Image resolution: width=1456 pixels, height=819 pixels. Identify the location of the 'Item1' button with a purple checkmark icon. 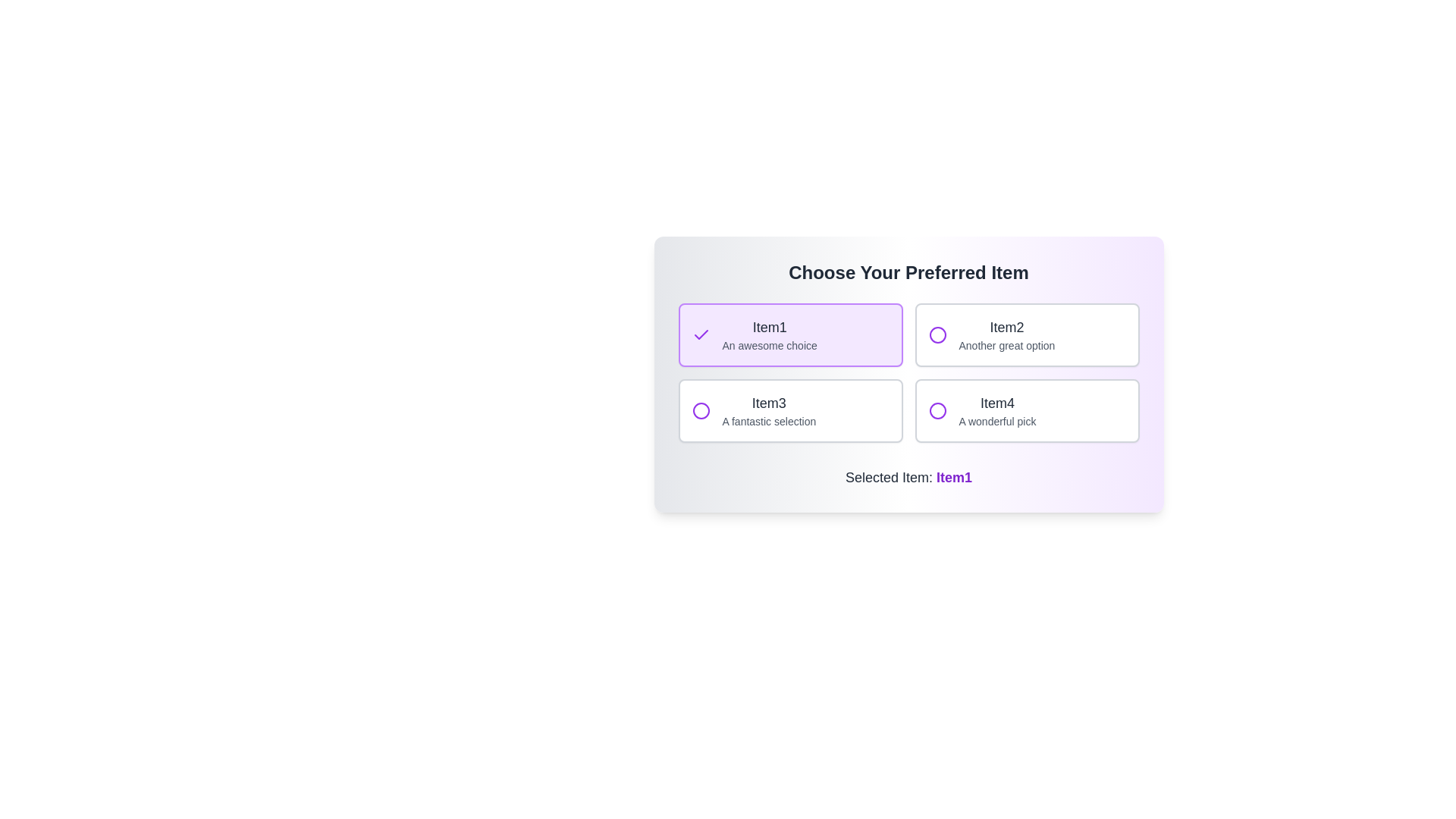
(789, 334).